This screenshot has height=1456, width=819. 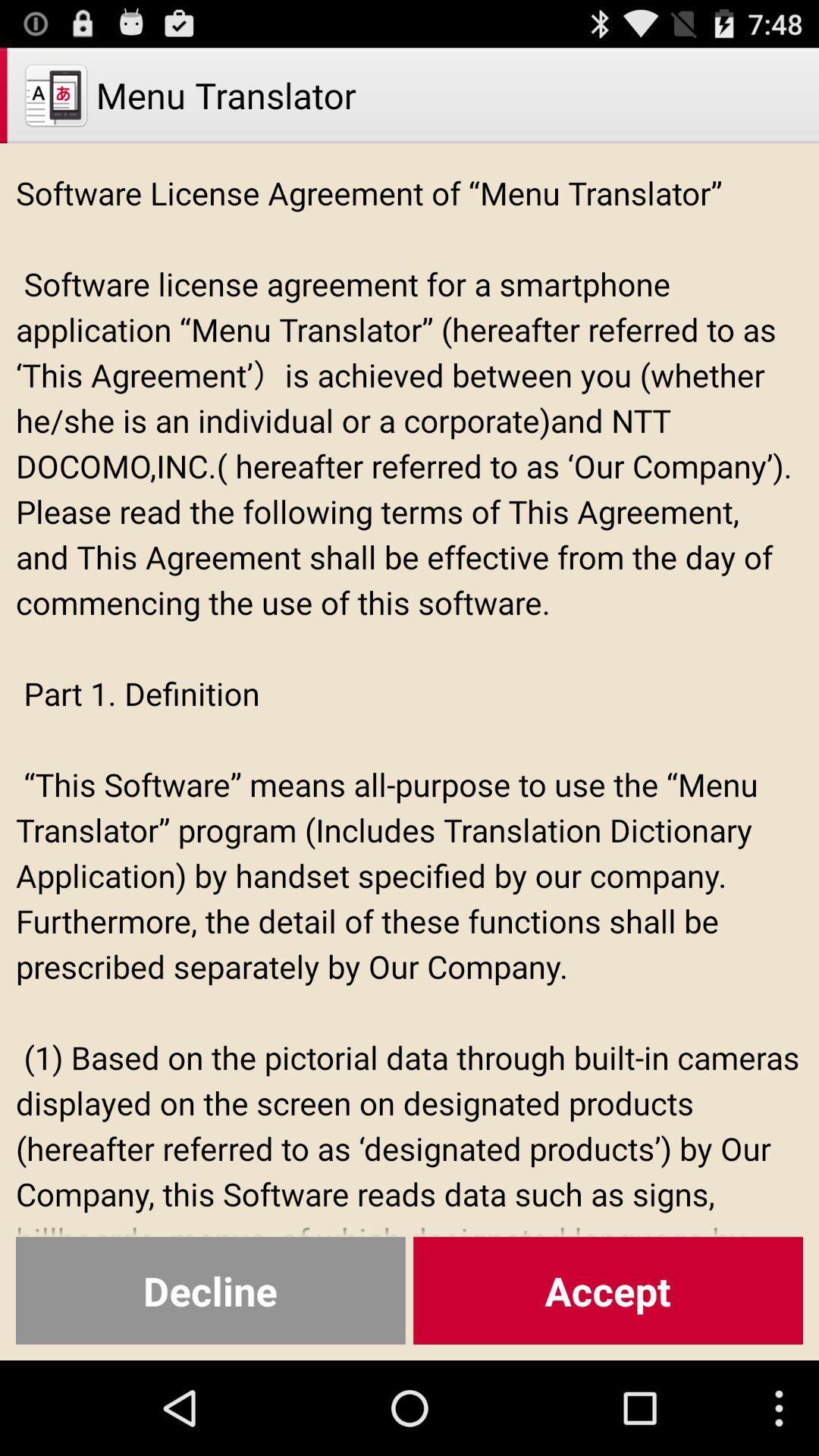 What do you see at coordinates (607, 1290) in the screenshot?
I see `accept icon` at bounding box center [607, 1290].